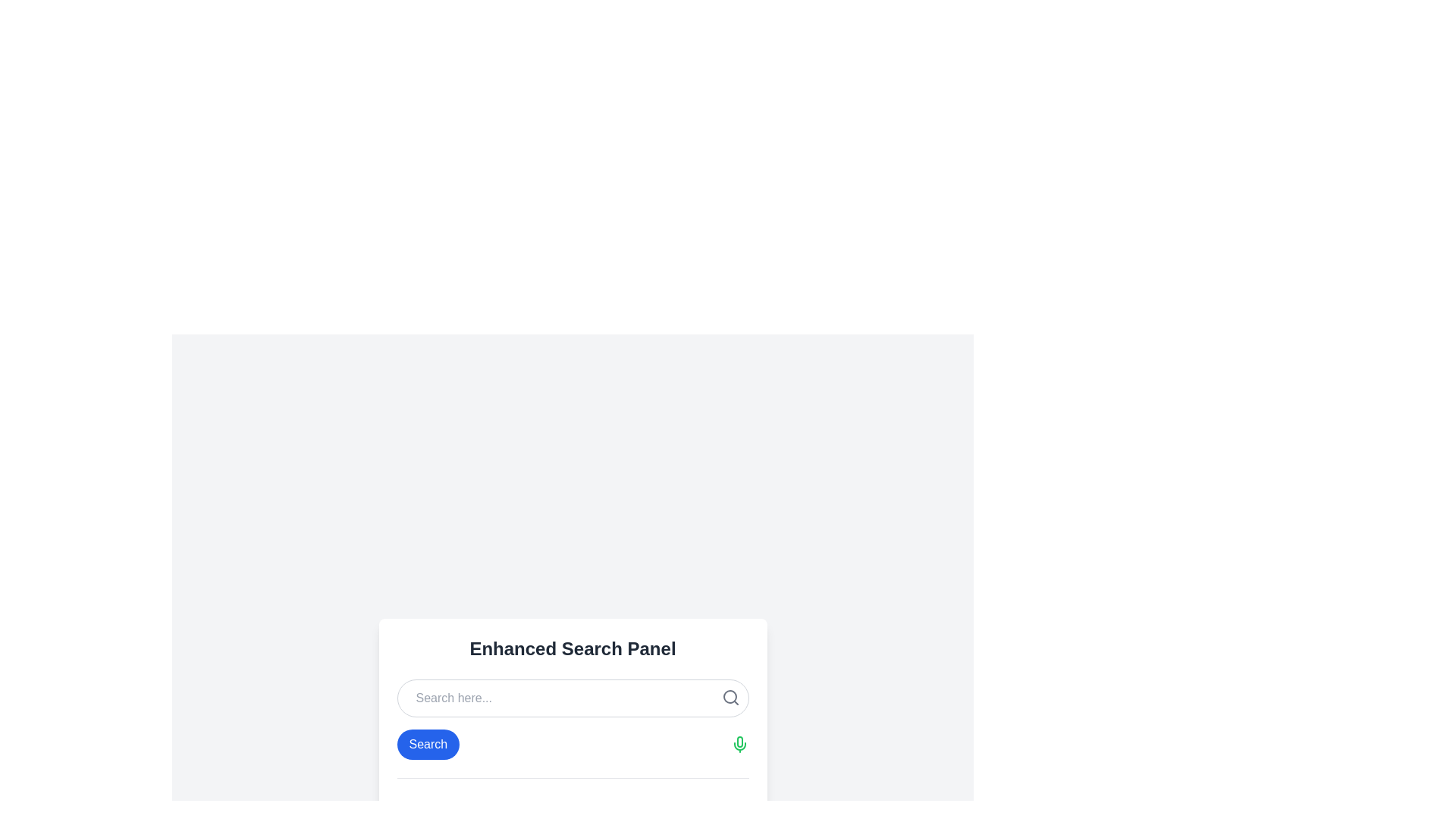 The height and width of the screenshot is (819, 1456). What do you see at coordinates (730, 697) in the screenshot?
I see `the search icon located at the top-right corner of the search input field, adjacent to the placeholder text 'Search here...'` at bounding box center [730, 697].